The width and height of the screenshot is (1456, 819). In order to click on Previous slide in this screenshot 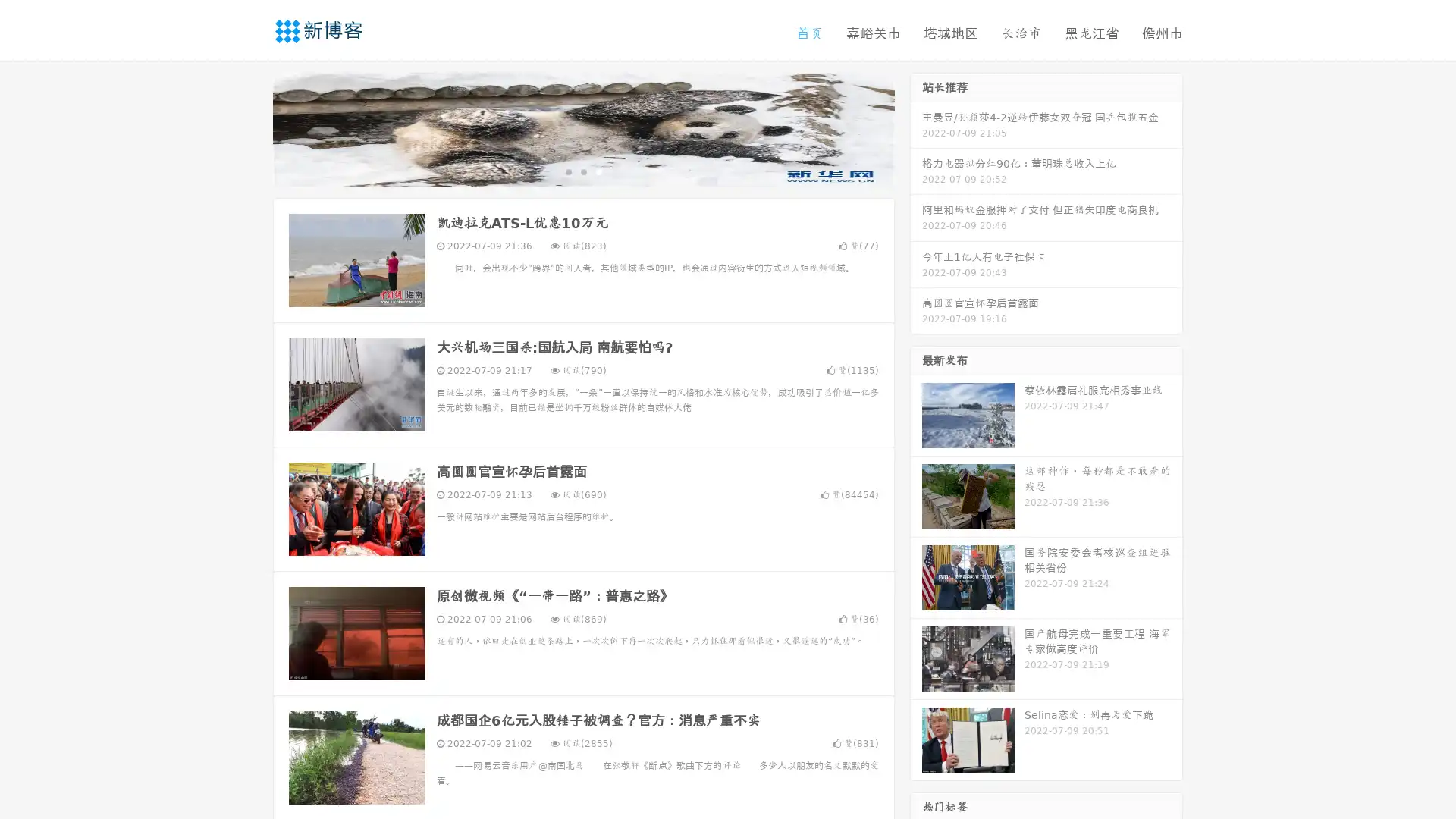, I will do `click(250, 127)`.